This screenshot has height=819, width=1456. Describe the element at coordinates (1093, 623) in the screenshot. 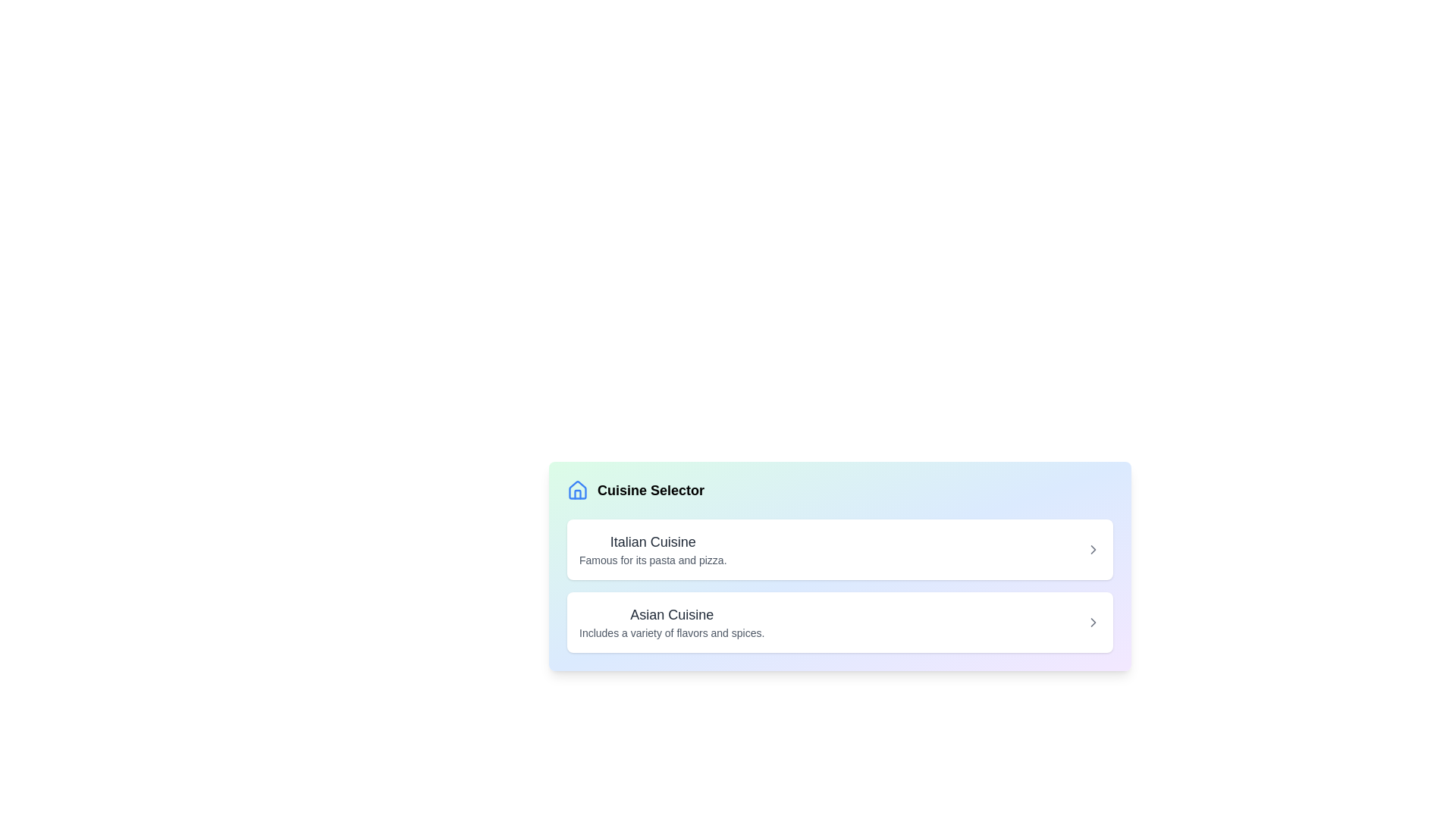

I see `the graphical arrow icon pointing to the right, located in the lower interactive region, aligned horizontally on the right side of the 'Asian Cuisine' title` at that location.